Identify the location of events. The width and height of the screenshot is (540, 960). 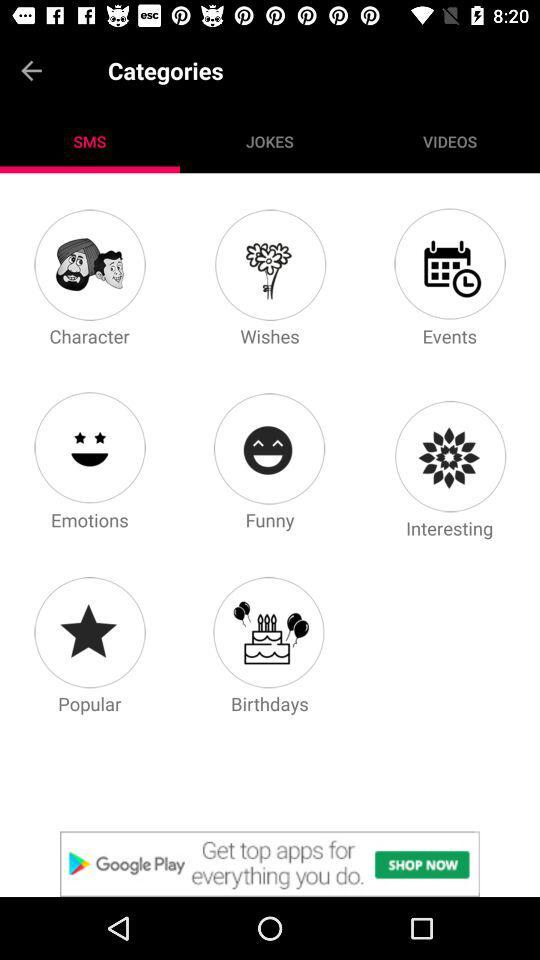
(449, 263).